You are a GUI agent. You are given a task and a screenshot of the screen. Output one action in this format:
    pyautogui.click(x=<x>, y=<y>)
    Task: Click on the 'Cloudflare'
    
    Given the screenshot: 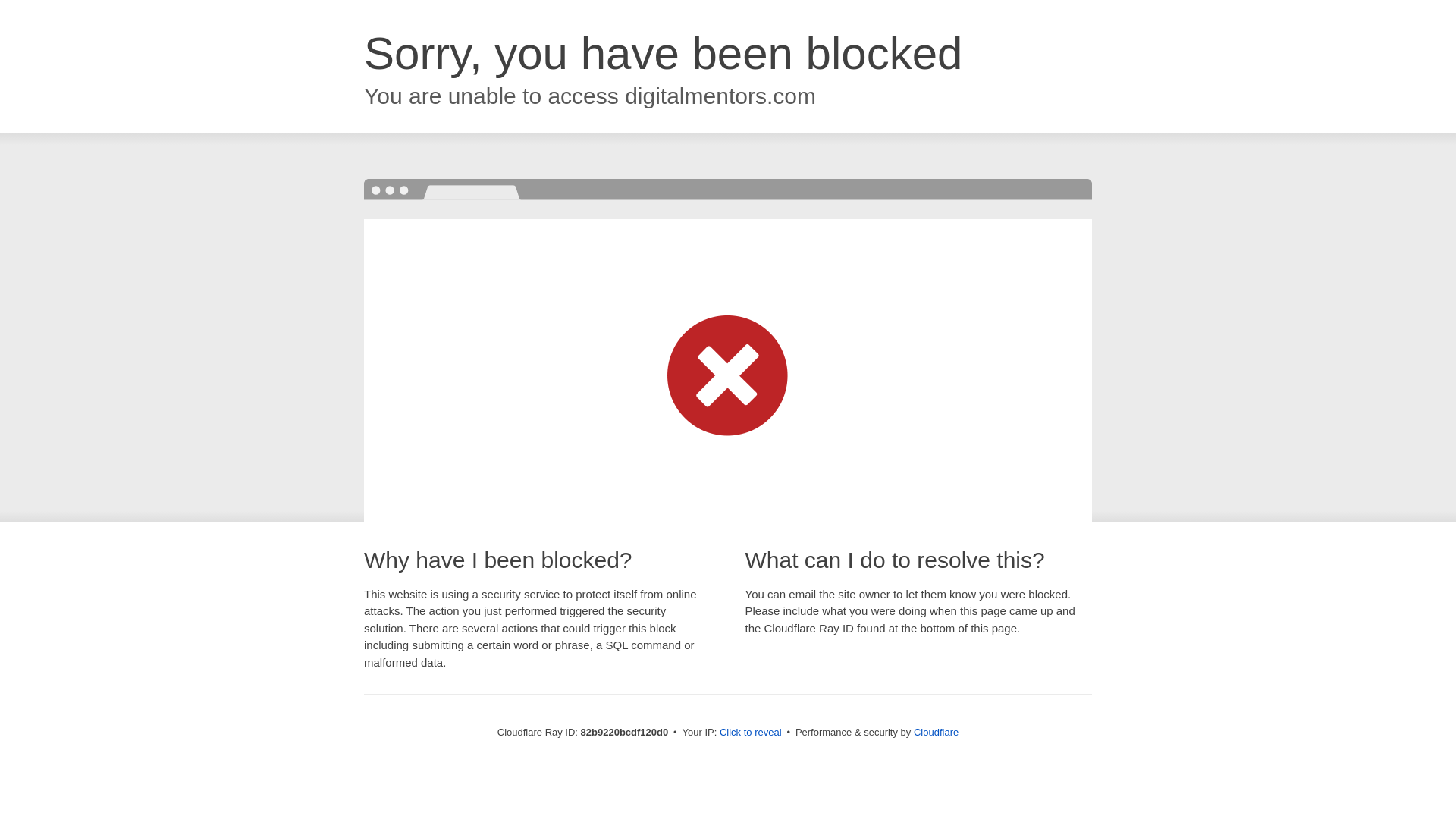 What is the action you would take?
    pyautogui.click(x=935, y=731)
    